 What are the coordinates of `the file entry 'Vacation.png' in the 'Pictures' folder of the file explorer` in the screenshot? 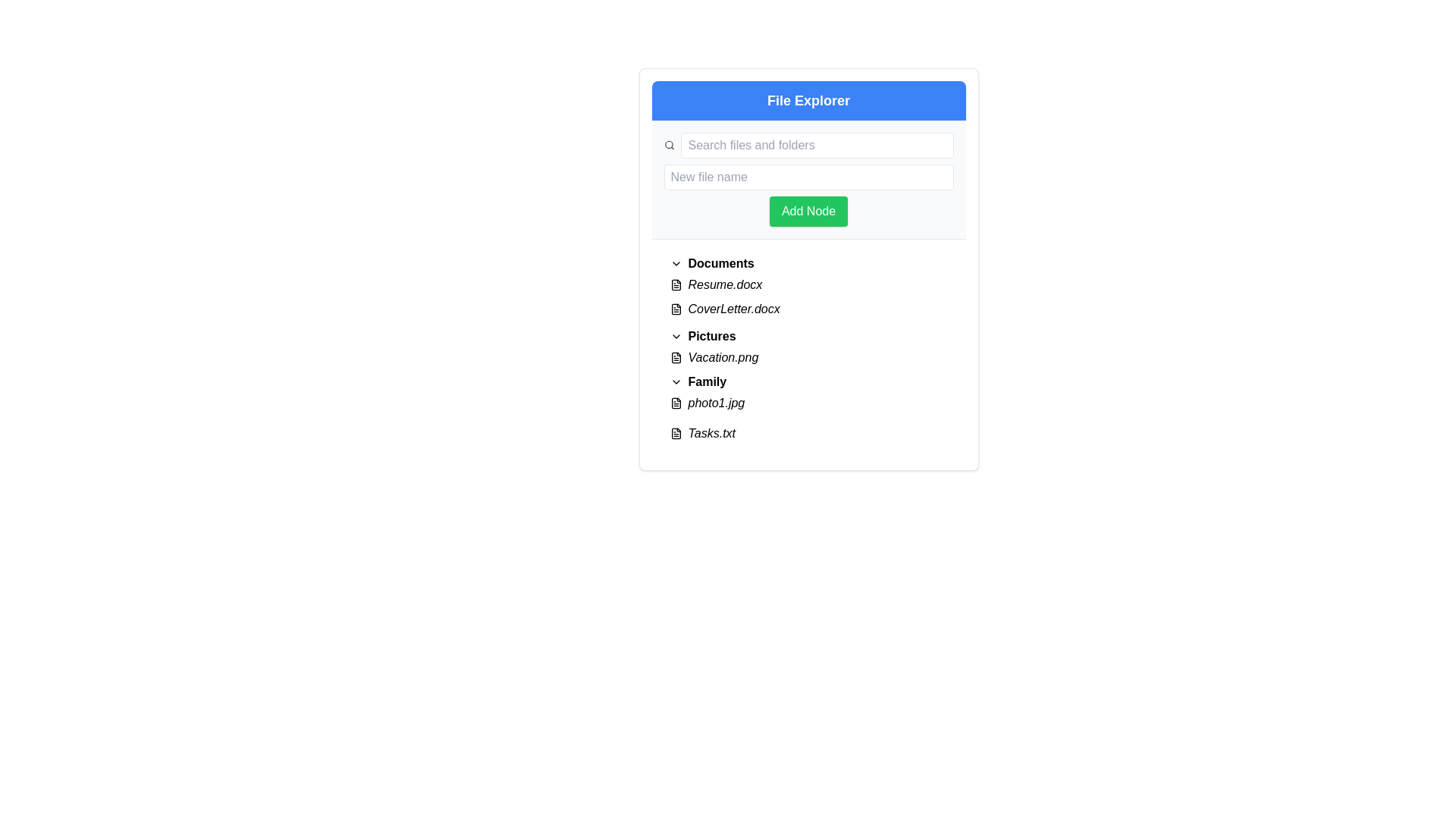 It's located at (808, 357).